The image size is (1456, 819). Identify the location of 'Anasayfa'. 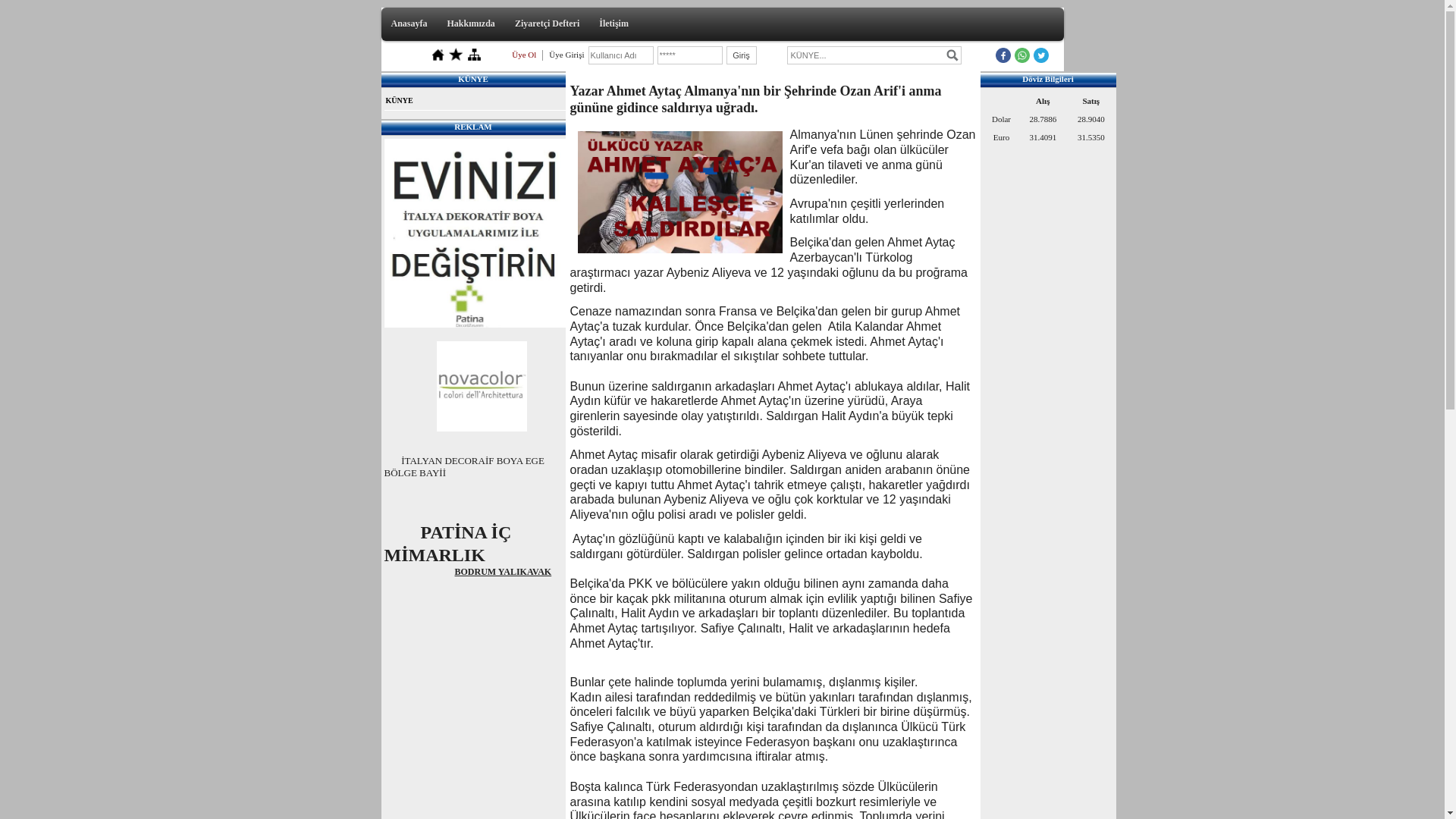
(409, 23).